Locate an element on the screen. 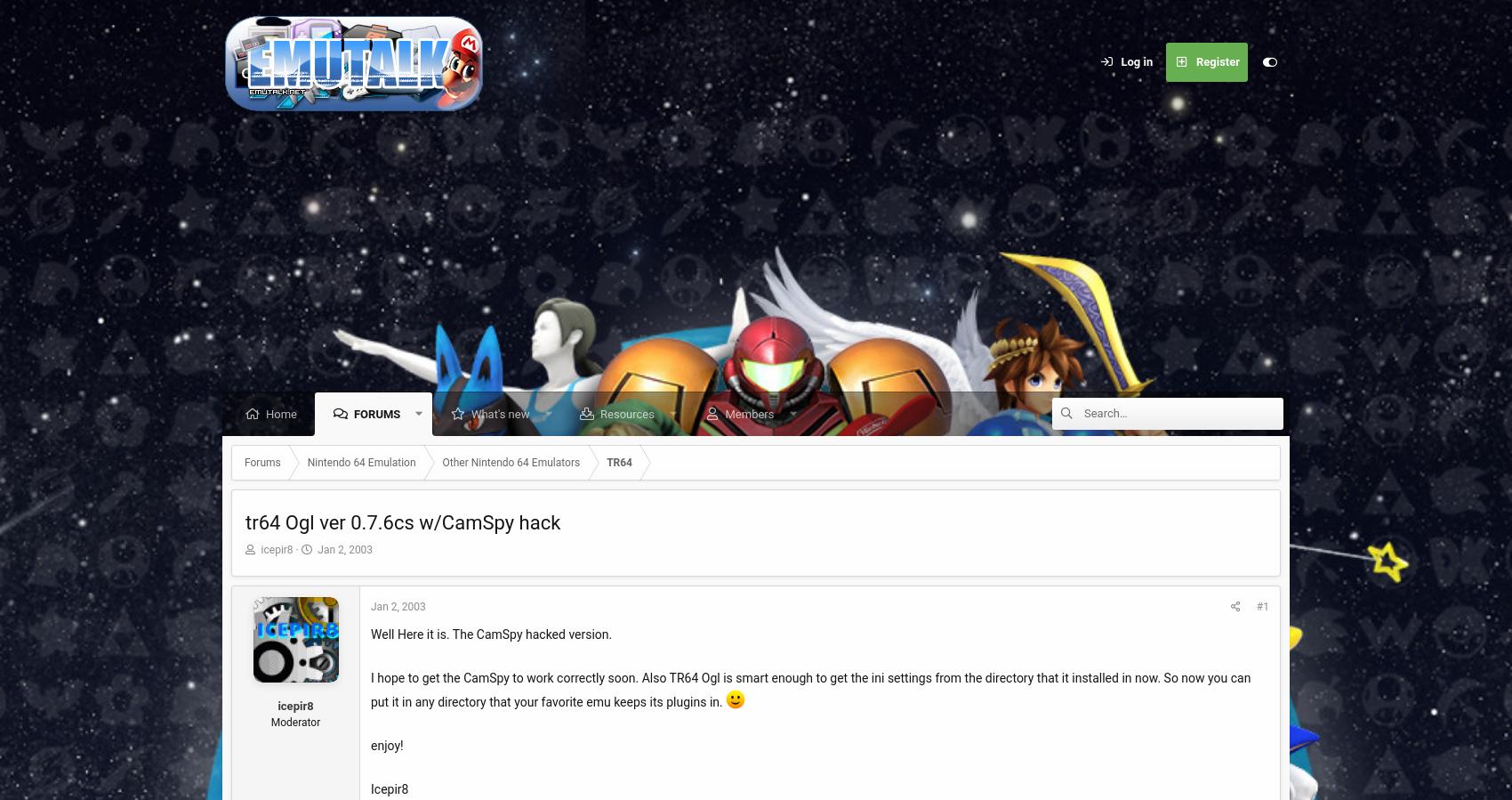  'Resources' is located at coordinates (626, 414).